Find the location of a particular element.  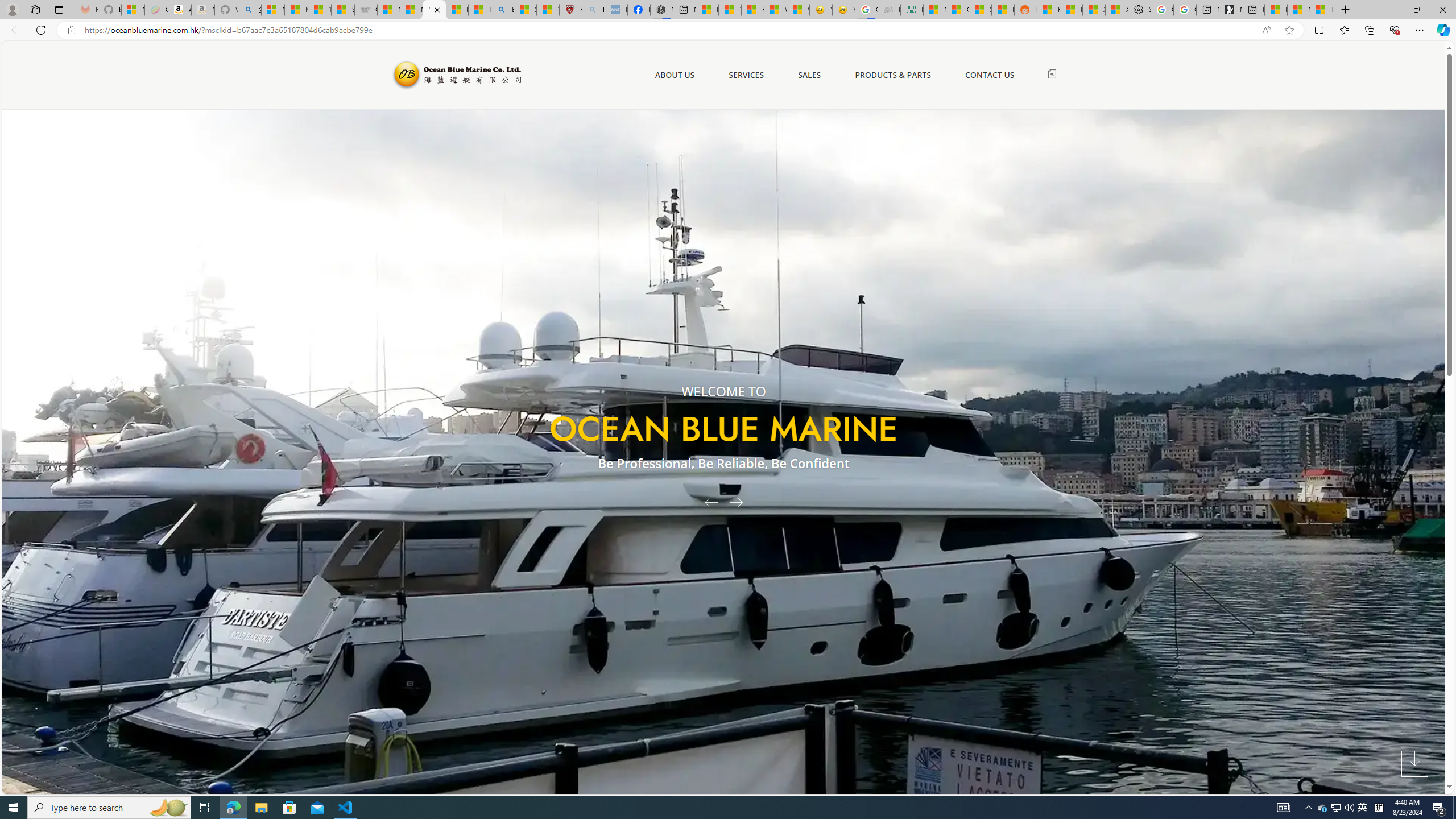

'Ocean Blue Marine' is located at coordinates (455, 74).